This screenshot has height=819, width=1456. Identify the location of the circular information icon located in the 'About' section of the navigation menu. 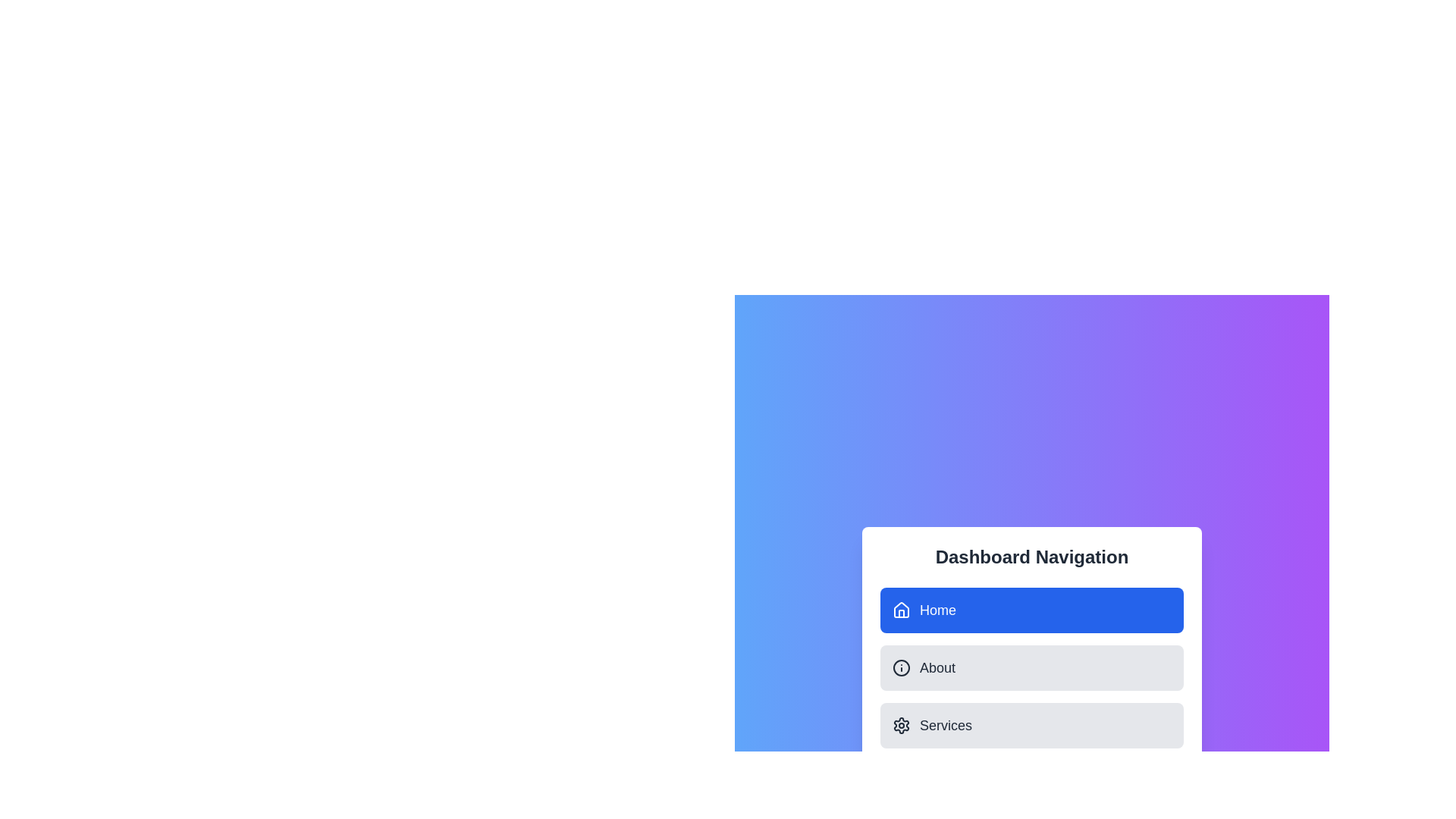
(902, 667).